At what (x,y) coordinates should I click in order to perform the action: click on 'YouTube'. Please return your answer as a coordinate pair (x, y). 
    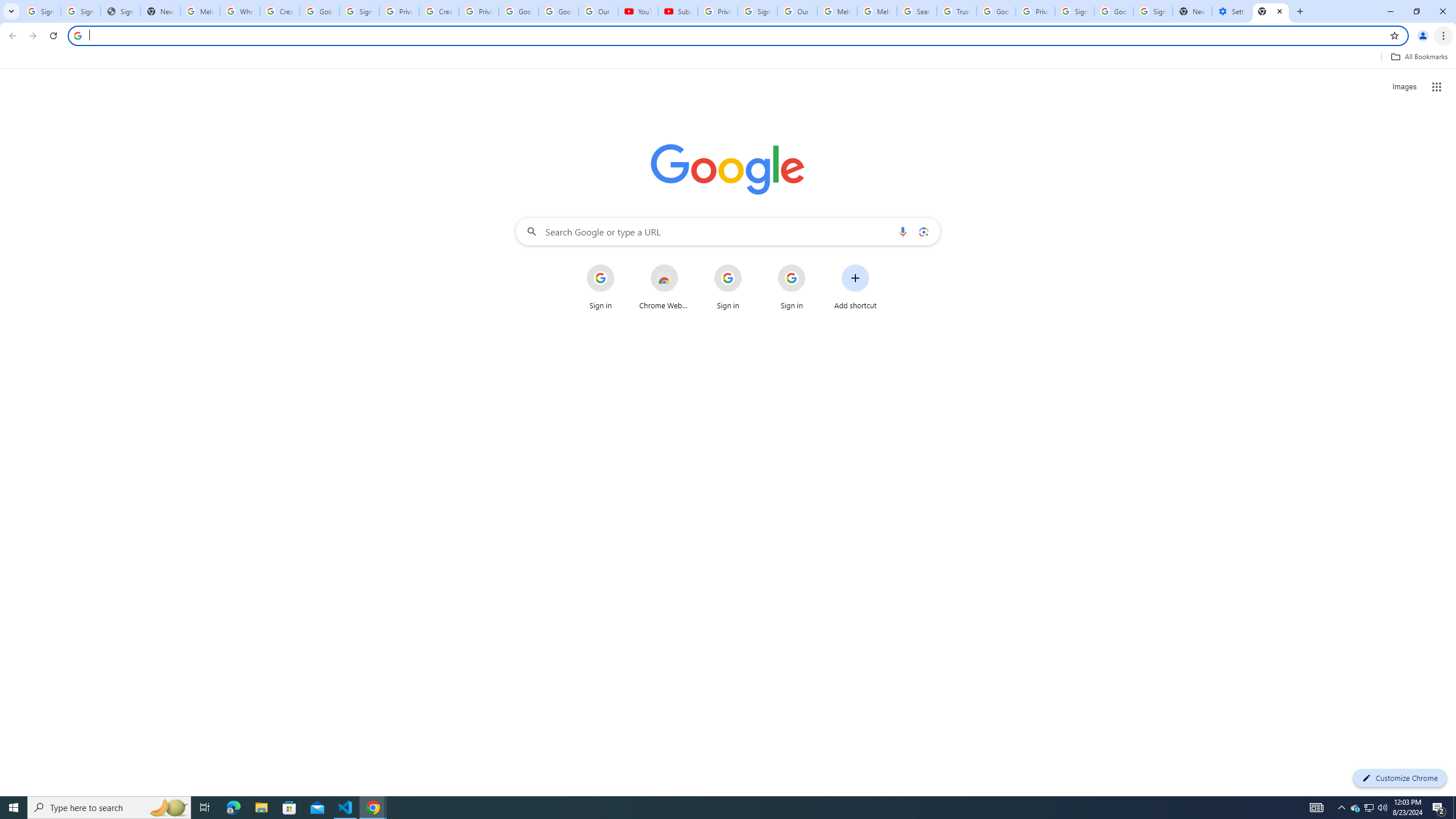
    Looking at the image, I should click on (638, 11).